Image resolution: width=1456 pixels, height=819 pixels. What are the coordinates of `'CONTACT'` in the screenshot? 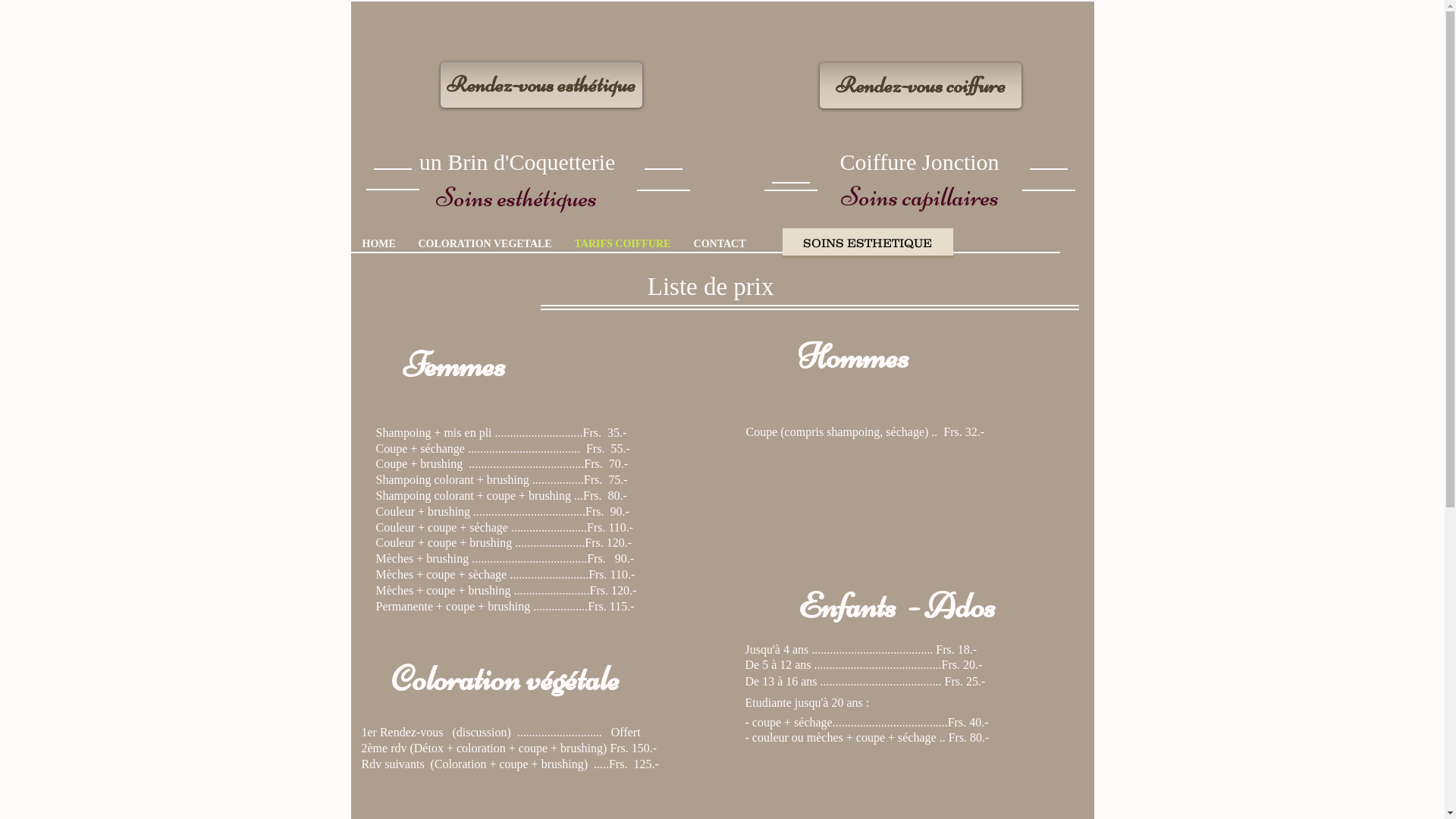 It's located at (719, 243).